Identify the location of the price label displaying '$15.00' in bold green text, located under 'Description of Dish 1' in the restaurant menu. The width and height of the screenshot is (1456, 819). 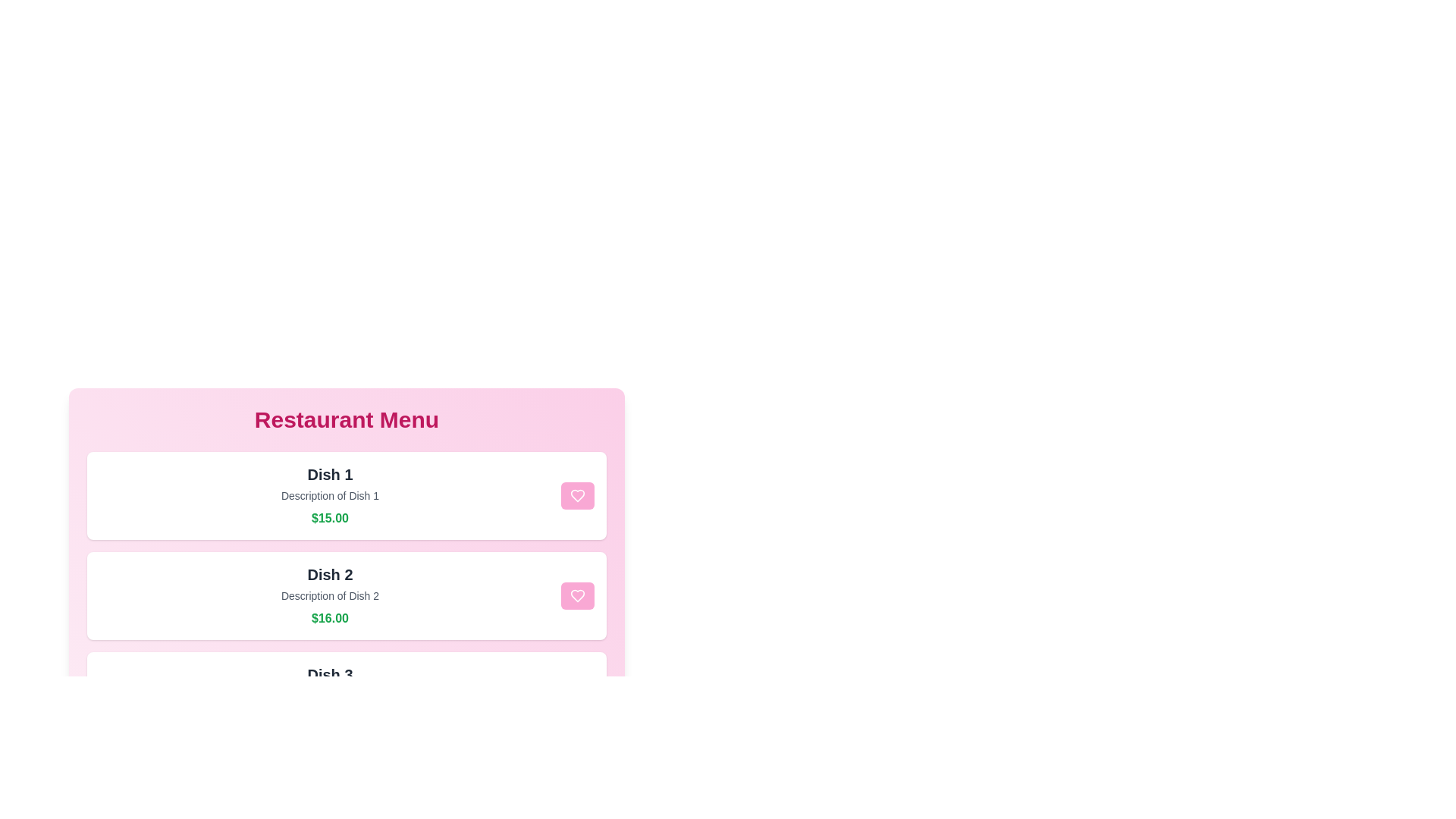
(329, 517).